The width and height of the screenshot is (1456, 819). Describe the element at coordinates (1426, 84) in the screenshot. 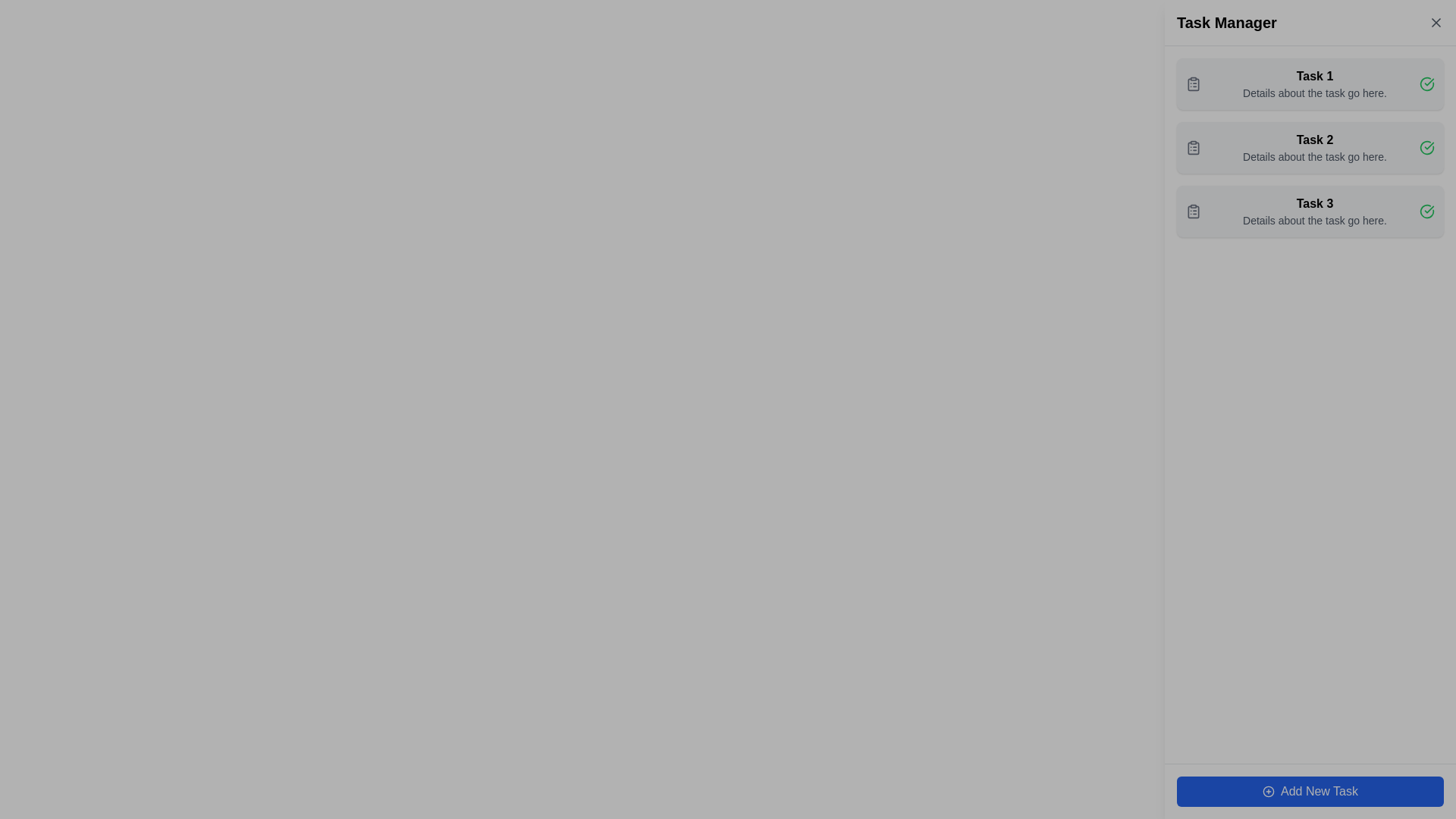

I see `the green checkmark icon with a circular outline located in the top-right corner of the first task card within the 'Task Manager' panel, adjacent to the task title 'Task 1'` at that location.